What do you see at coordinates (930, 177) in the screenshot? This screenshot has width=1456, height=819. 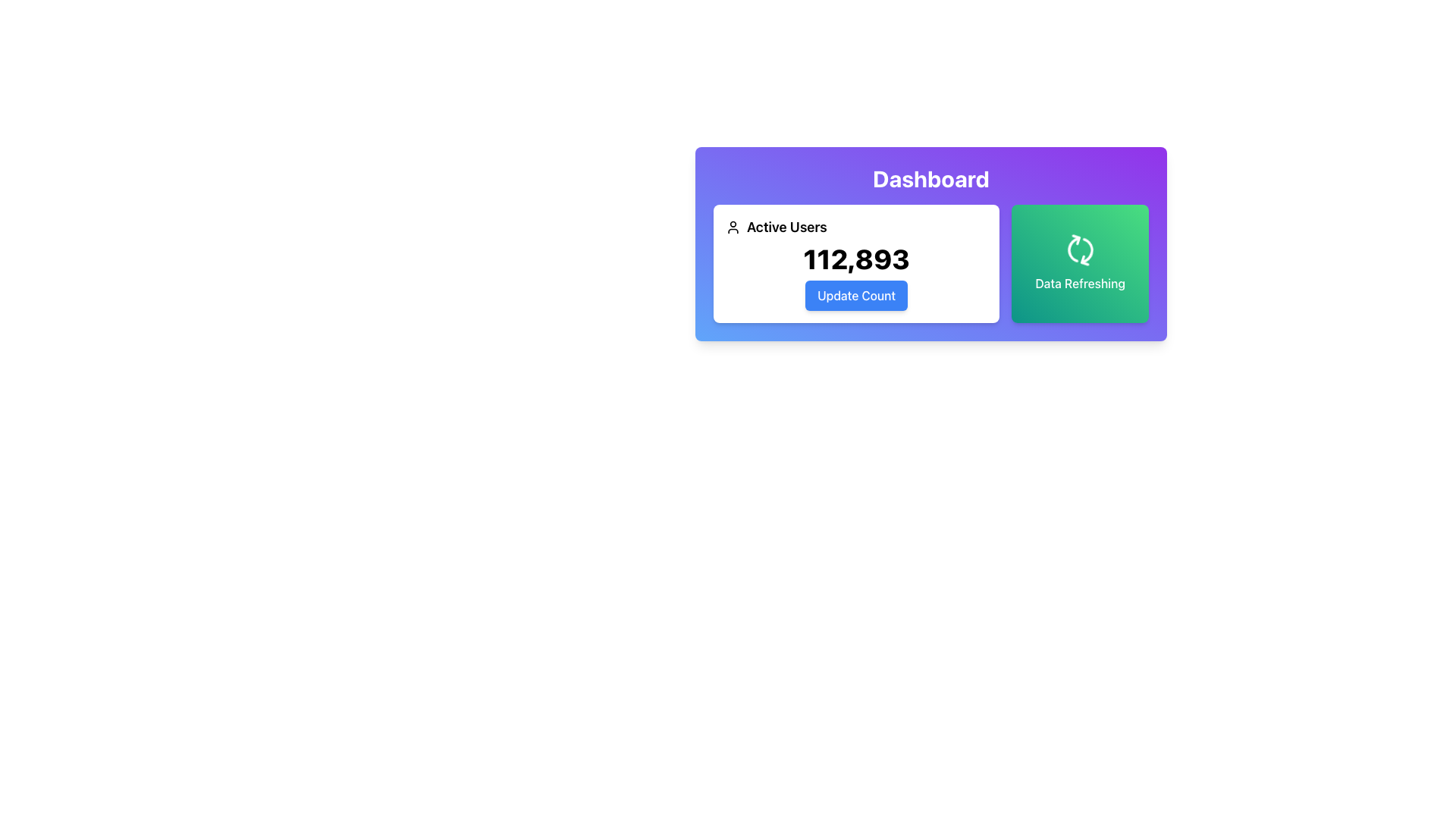 I see `the 'Dashboard' title text, which is prominently displayed in a large, bold, white sans-serif font against a gradient background` at bounding box center [930, 177].